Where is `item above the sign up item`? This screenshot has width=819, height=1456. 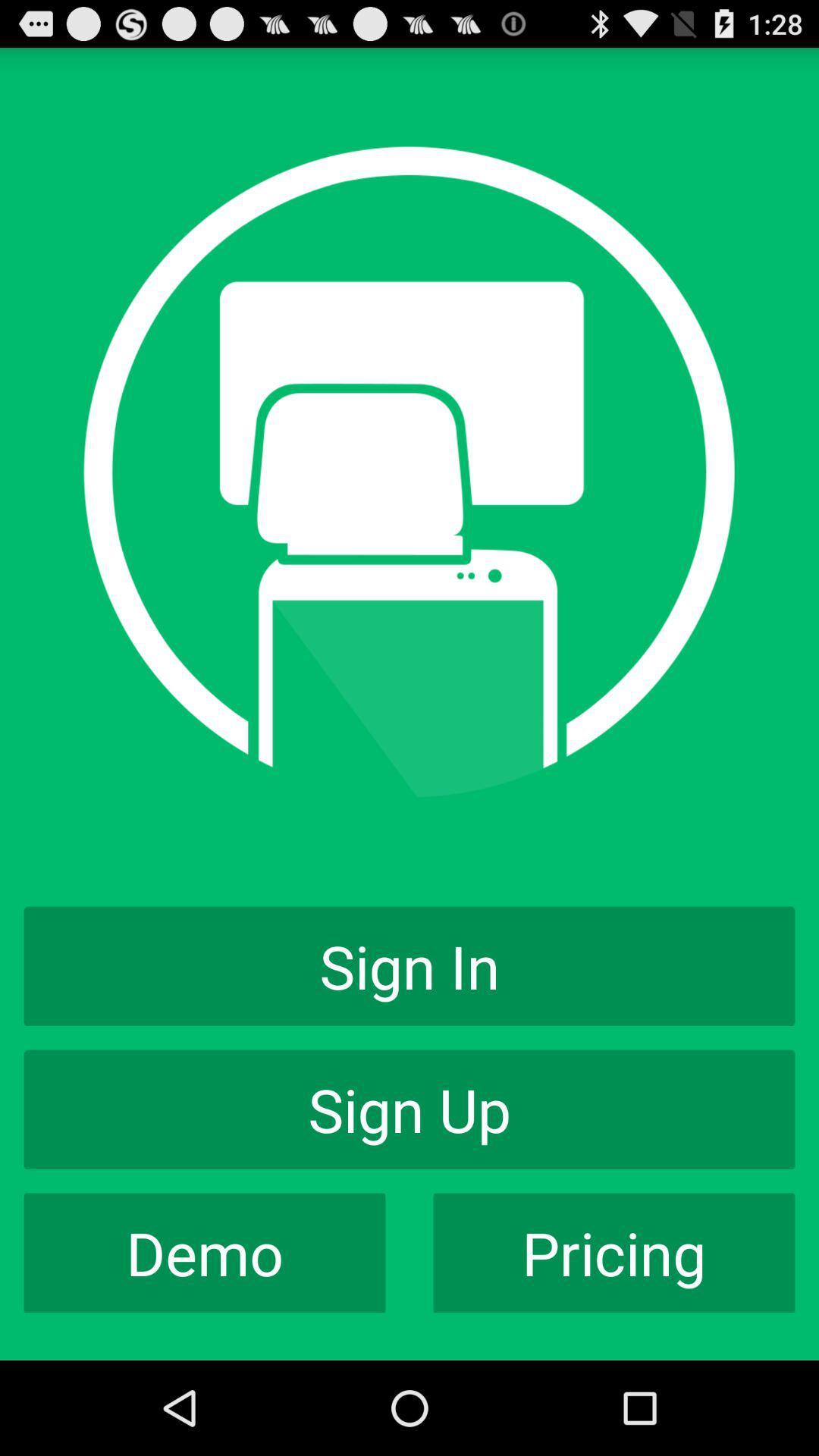
item above the sign up item is located at coordinates (409, 965).